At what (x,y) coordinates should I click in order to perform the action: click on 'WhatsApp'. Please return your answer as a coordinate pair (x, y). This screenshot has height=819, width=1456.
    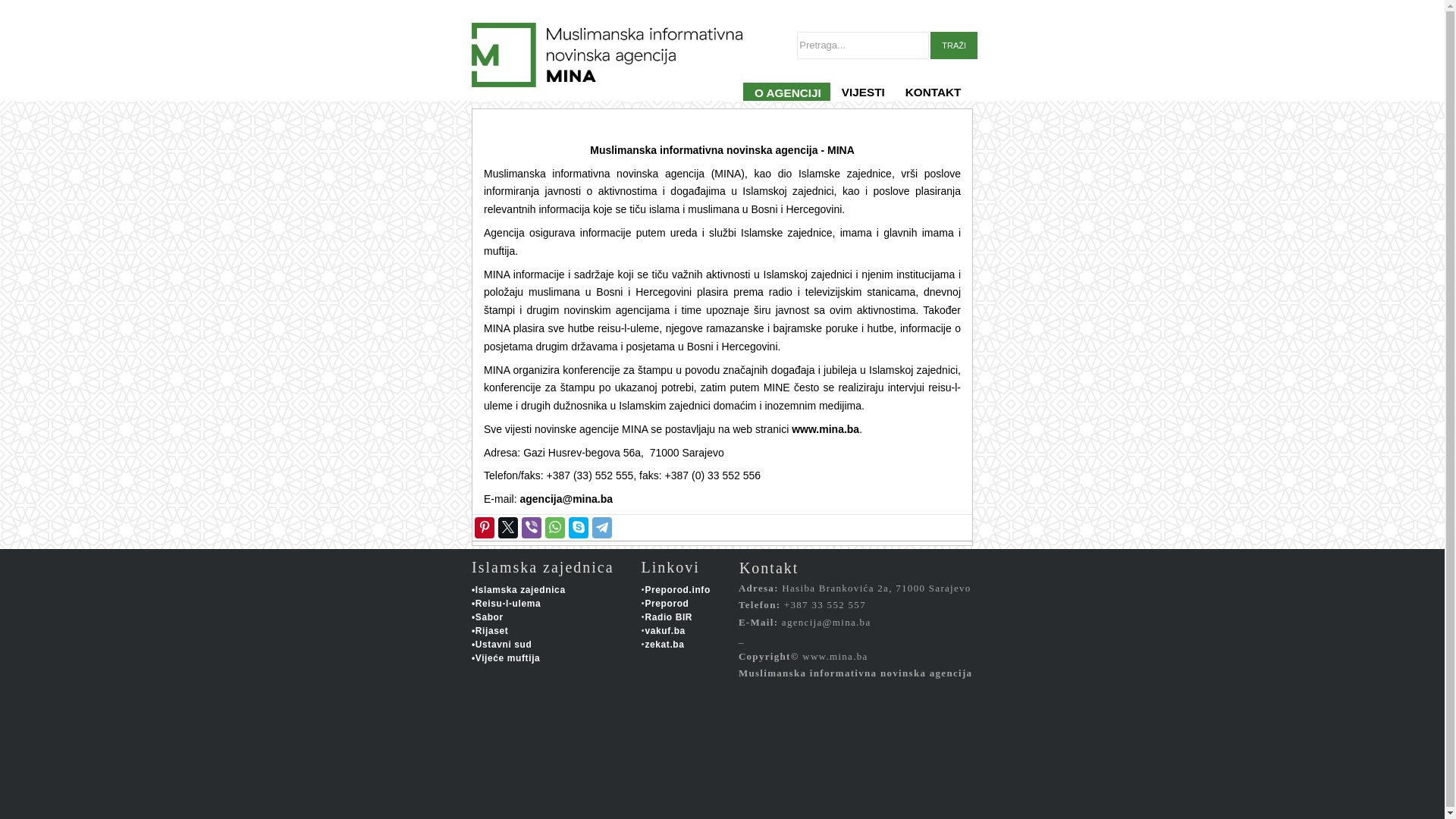
    Looking at the image, I should click on (554, 526).